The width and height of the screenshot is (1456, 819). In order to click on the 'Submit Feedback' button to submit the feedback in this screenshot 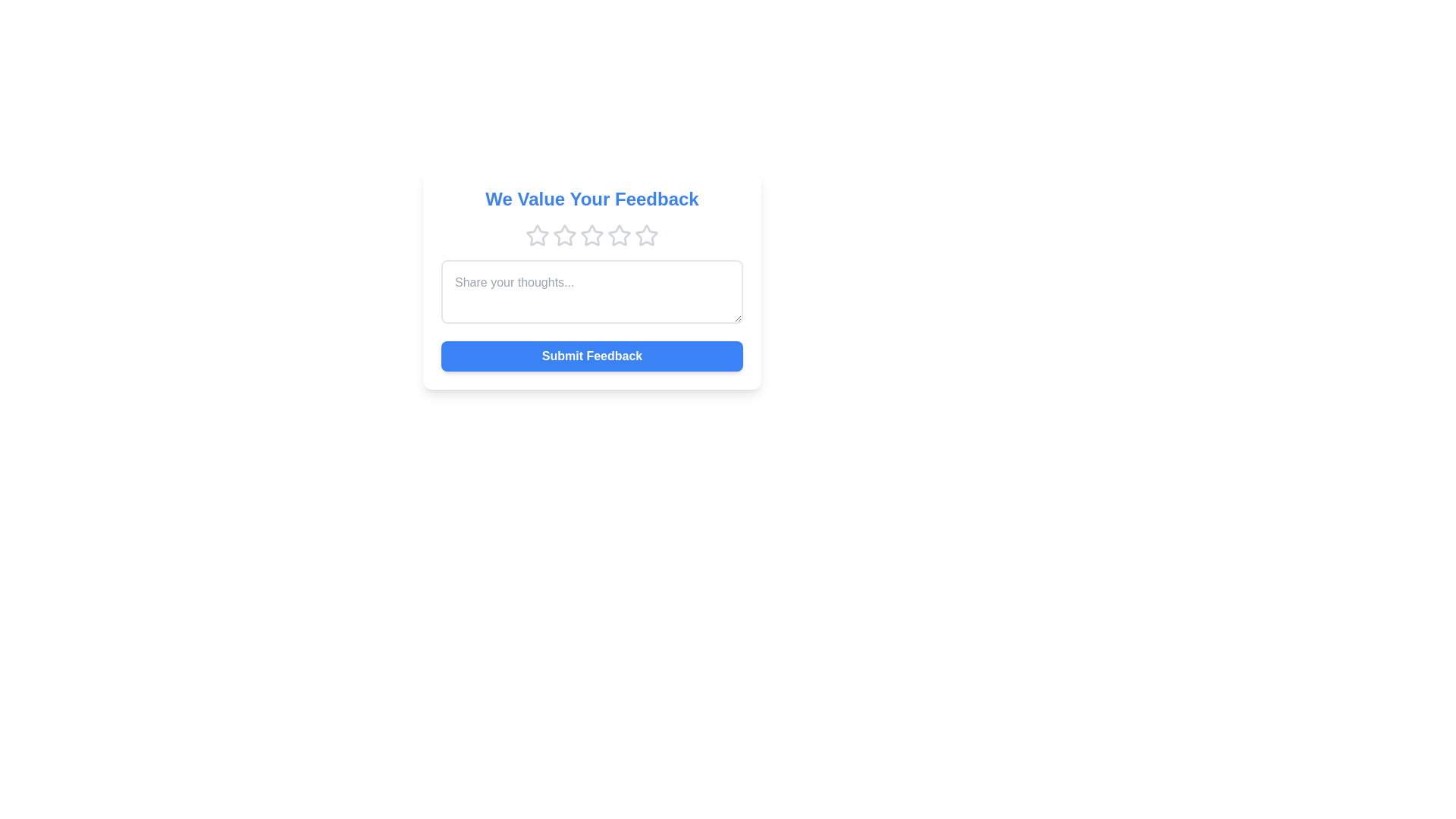, I will do `click(591, 356)`.